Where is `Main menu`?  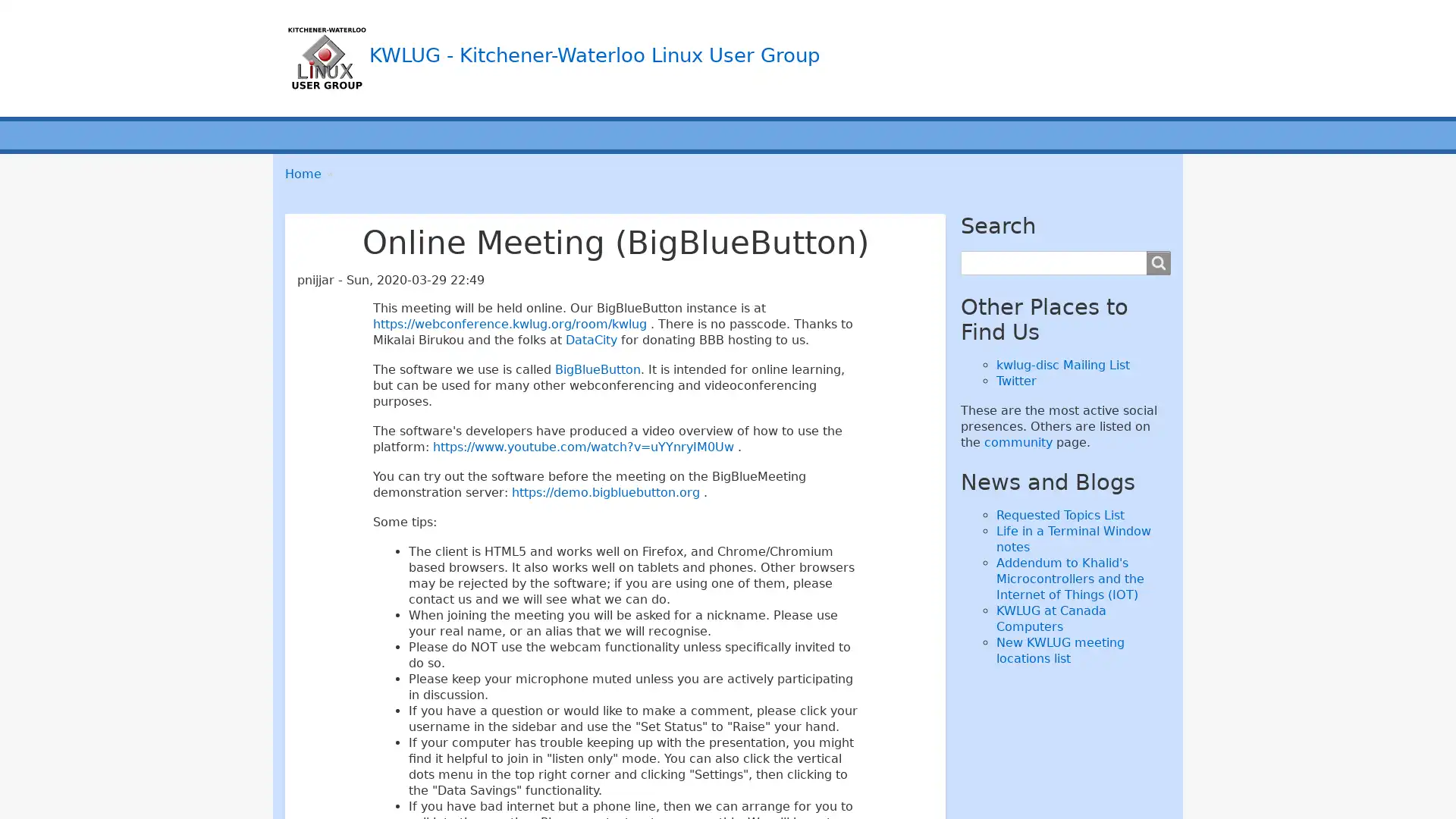 Main menu is located at coordinates (295, 133).